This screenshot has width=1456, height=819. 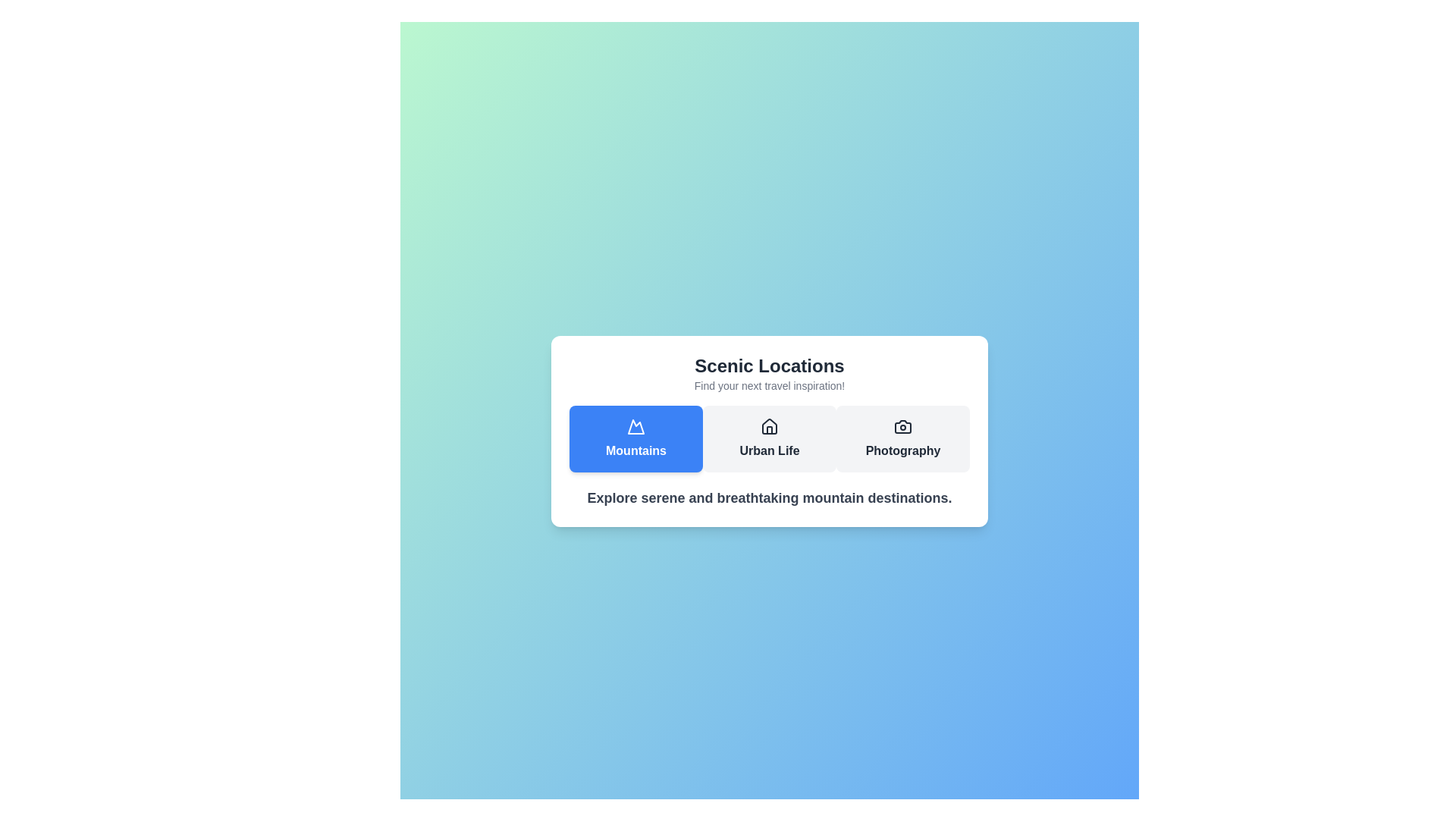 What do you see at coordinates (769, 438) in the screenshot?
I see `the 'Urban Life' tab to select it` at bounding box center [769, 438].